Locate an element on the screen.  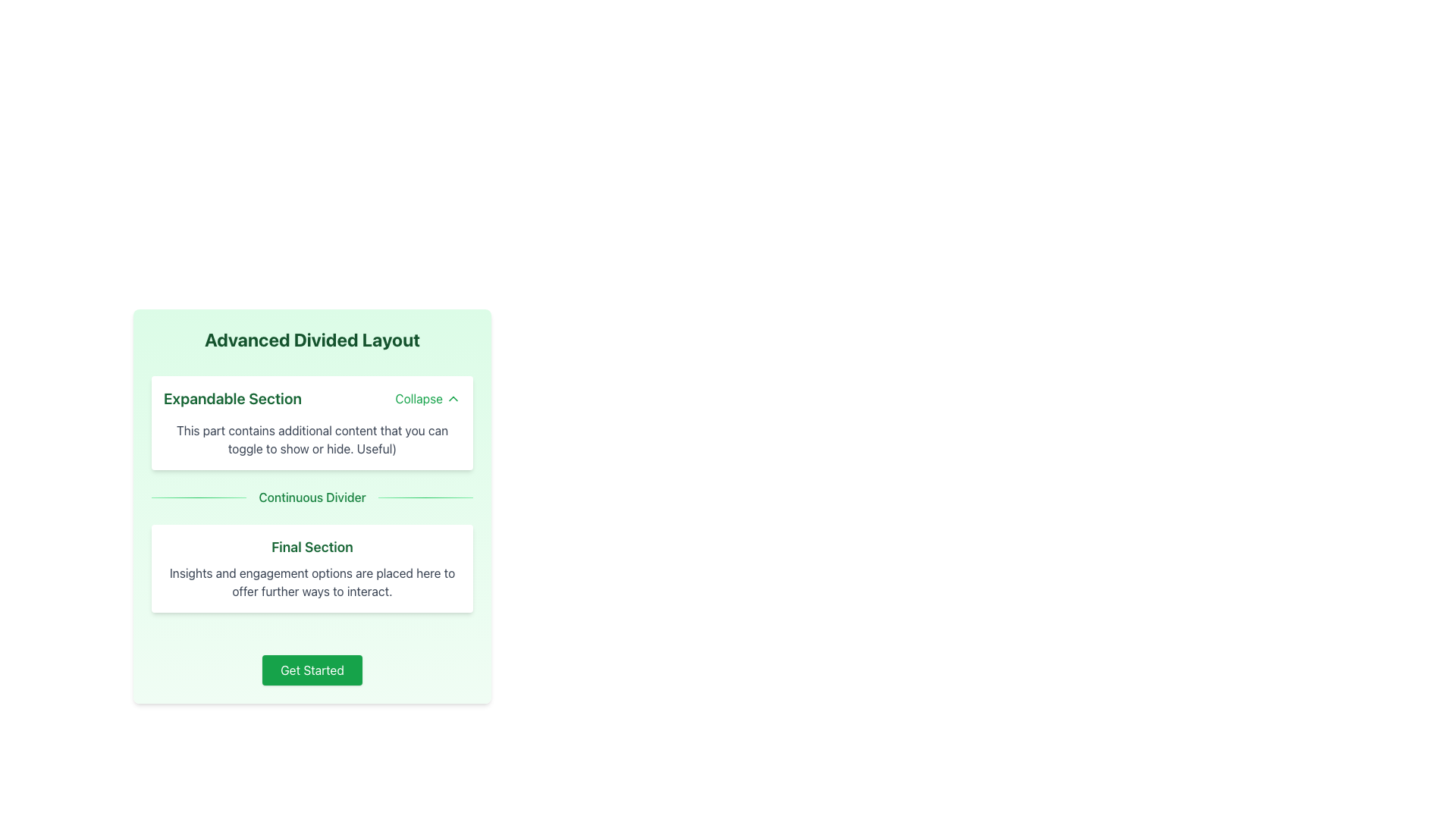
the Text label that serves as a visual separator between the 'Expandable Section' and 'Final Section' is located at coordinates (312, 497).